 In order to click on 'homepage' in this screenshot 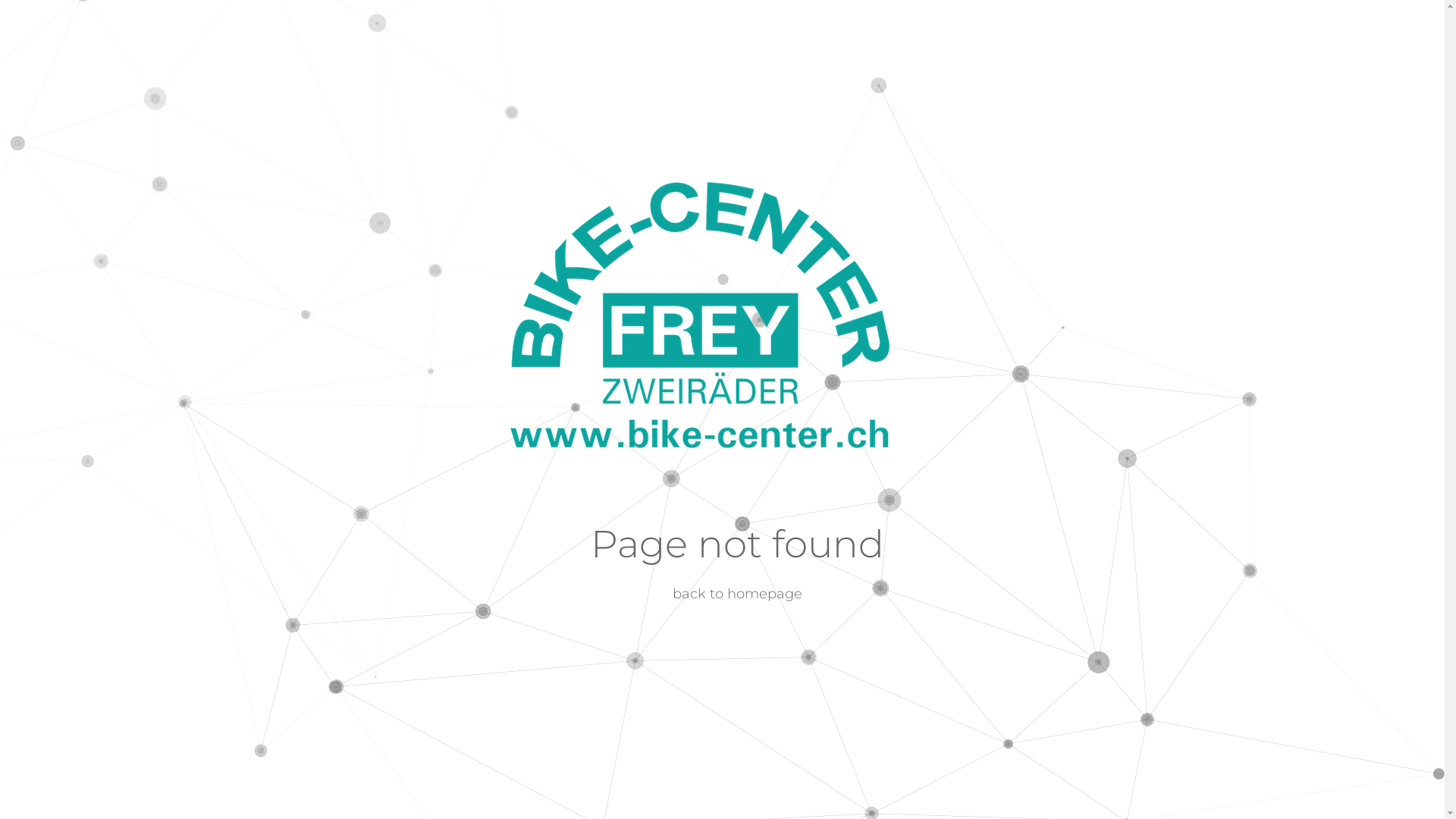, I will do `click(764, 593)`.